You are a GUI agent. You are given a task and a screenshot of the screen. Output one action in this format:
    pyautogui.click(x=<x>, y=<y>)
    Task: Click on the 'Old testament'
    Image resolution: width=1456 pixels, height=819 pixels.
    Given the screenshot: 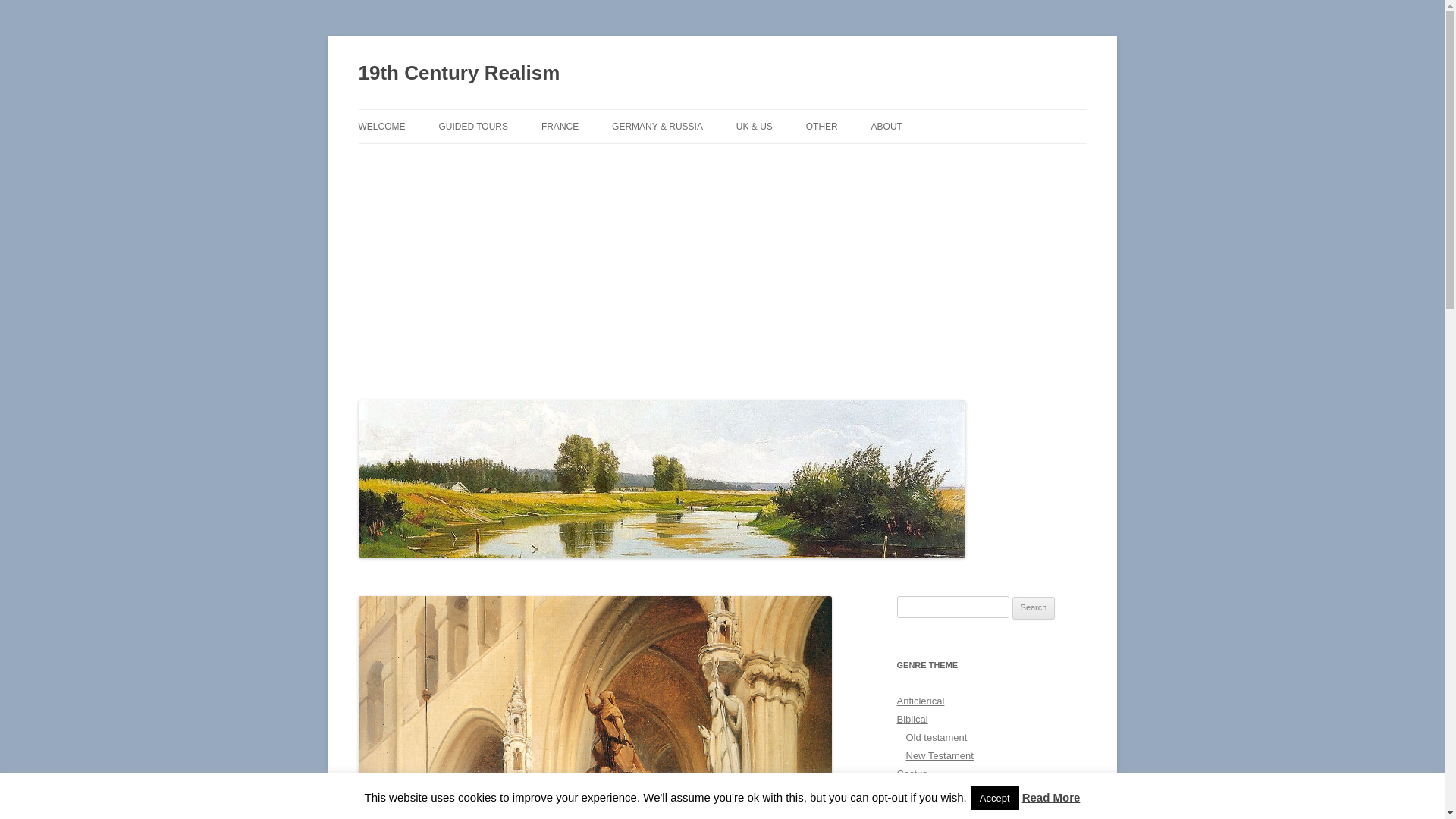 What is the action you would take?
    pyautogui.click(x=935, y=736)
    